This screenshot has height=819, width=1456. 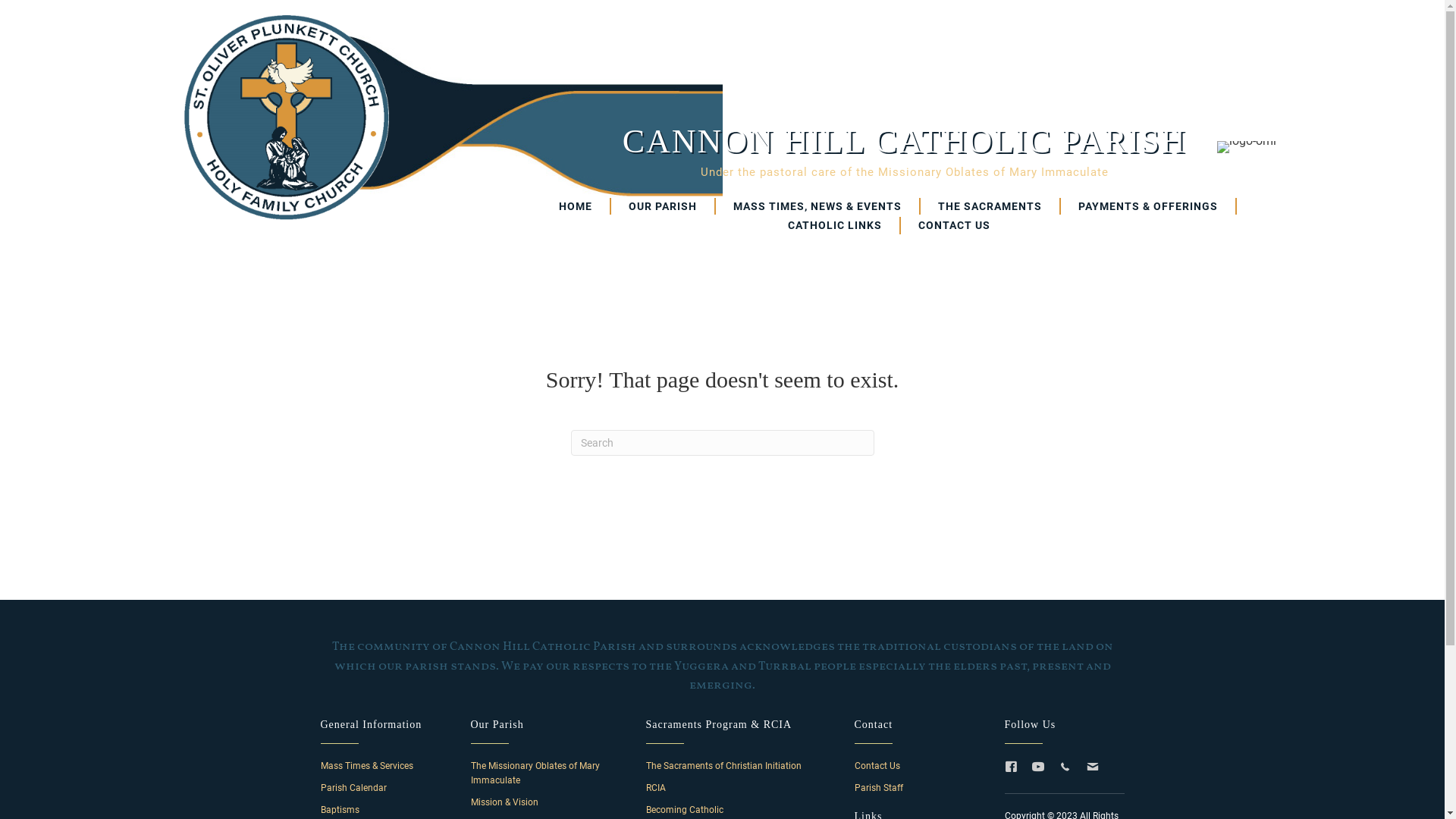 I want to click on 'logo-omi', so click(x=1245, y=146).